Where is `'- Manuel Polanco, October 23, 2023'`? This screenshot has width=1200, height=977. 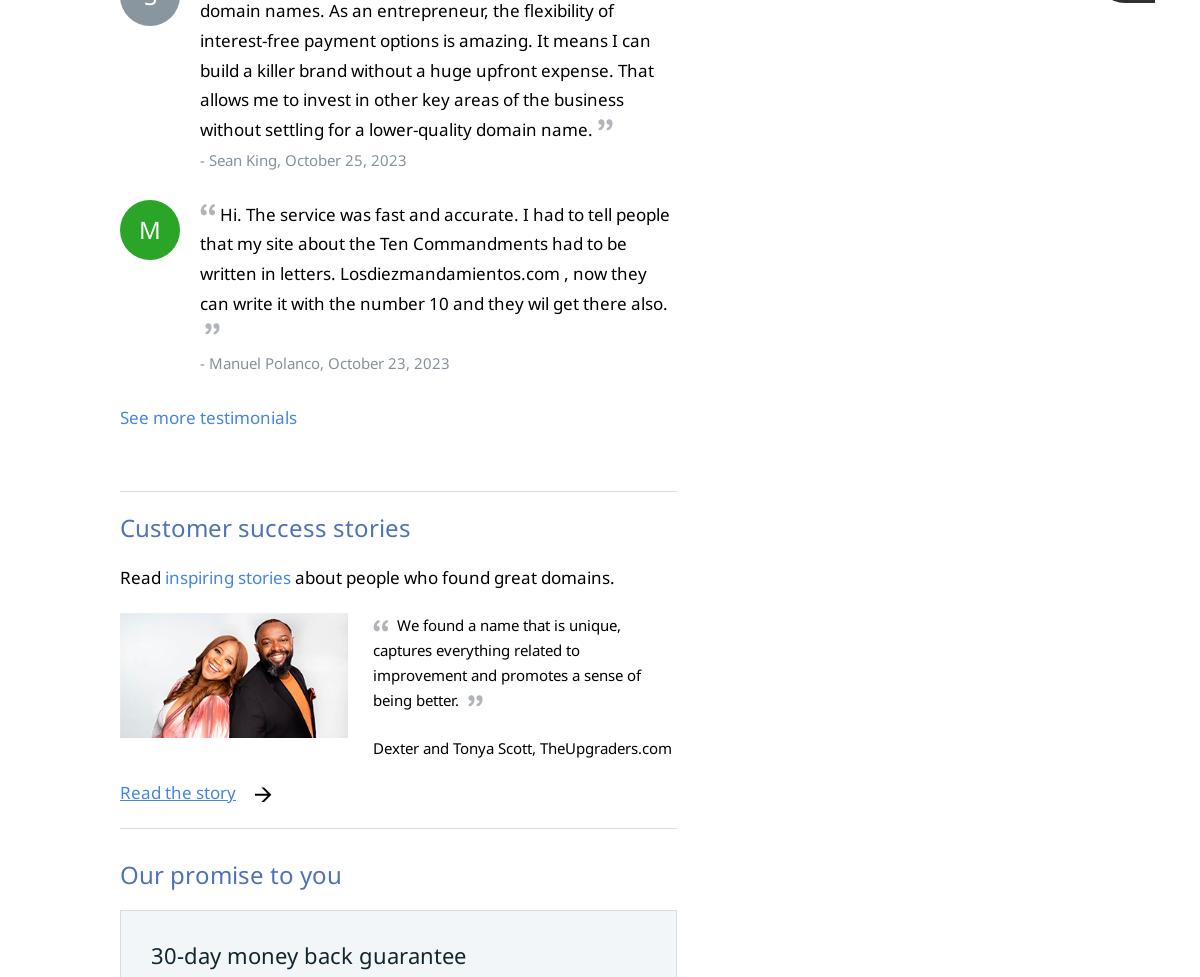 '- Manuel Polanco, October 23, 2023' is located at coordinates (199, 362).